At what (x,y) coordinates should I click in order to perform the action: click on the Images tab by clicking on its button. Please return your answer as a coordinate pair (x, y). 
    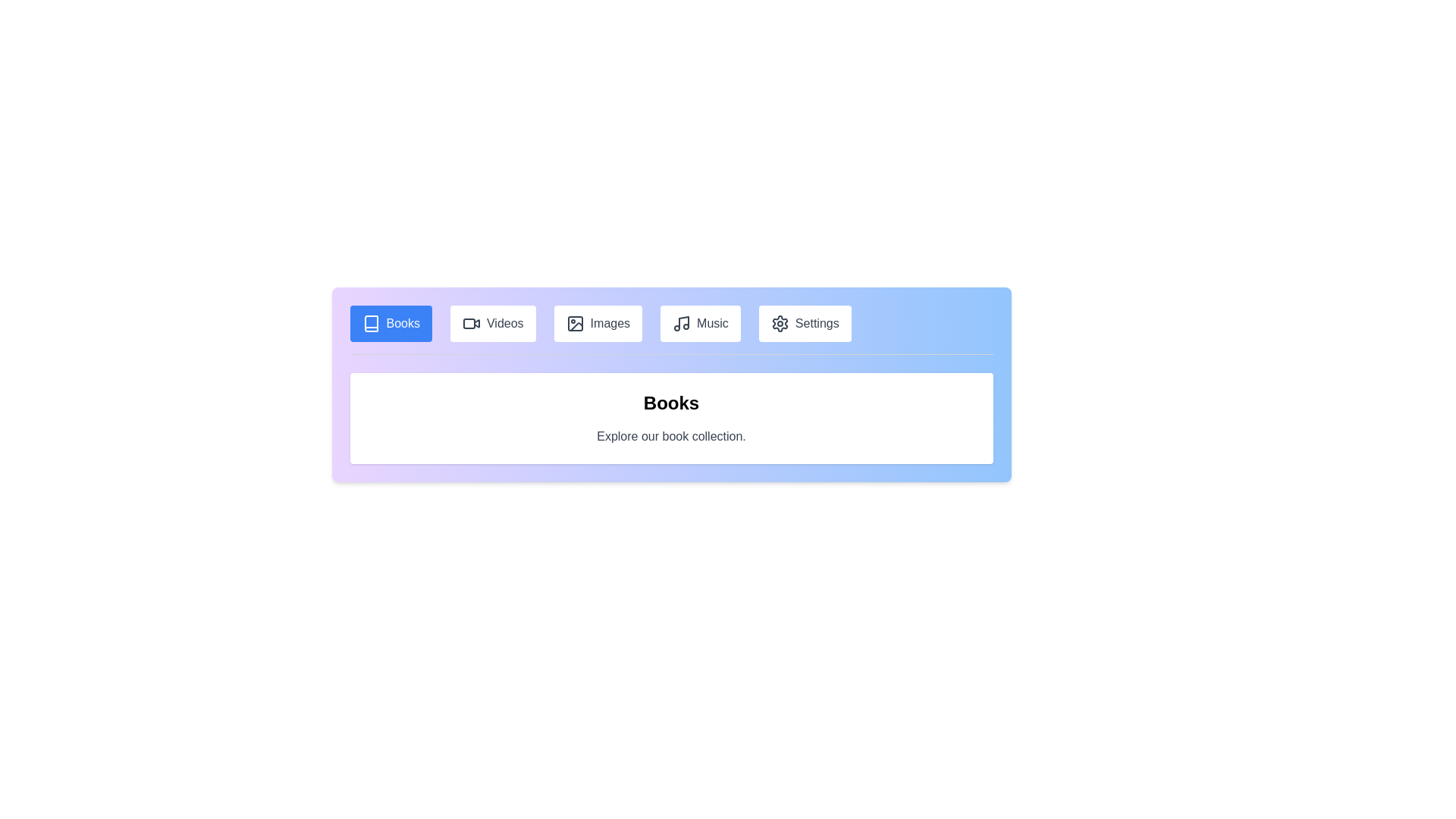
    Looking at the image, I should click on (596, 323).